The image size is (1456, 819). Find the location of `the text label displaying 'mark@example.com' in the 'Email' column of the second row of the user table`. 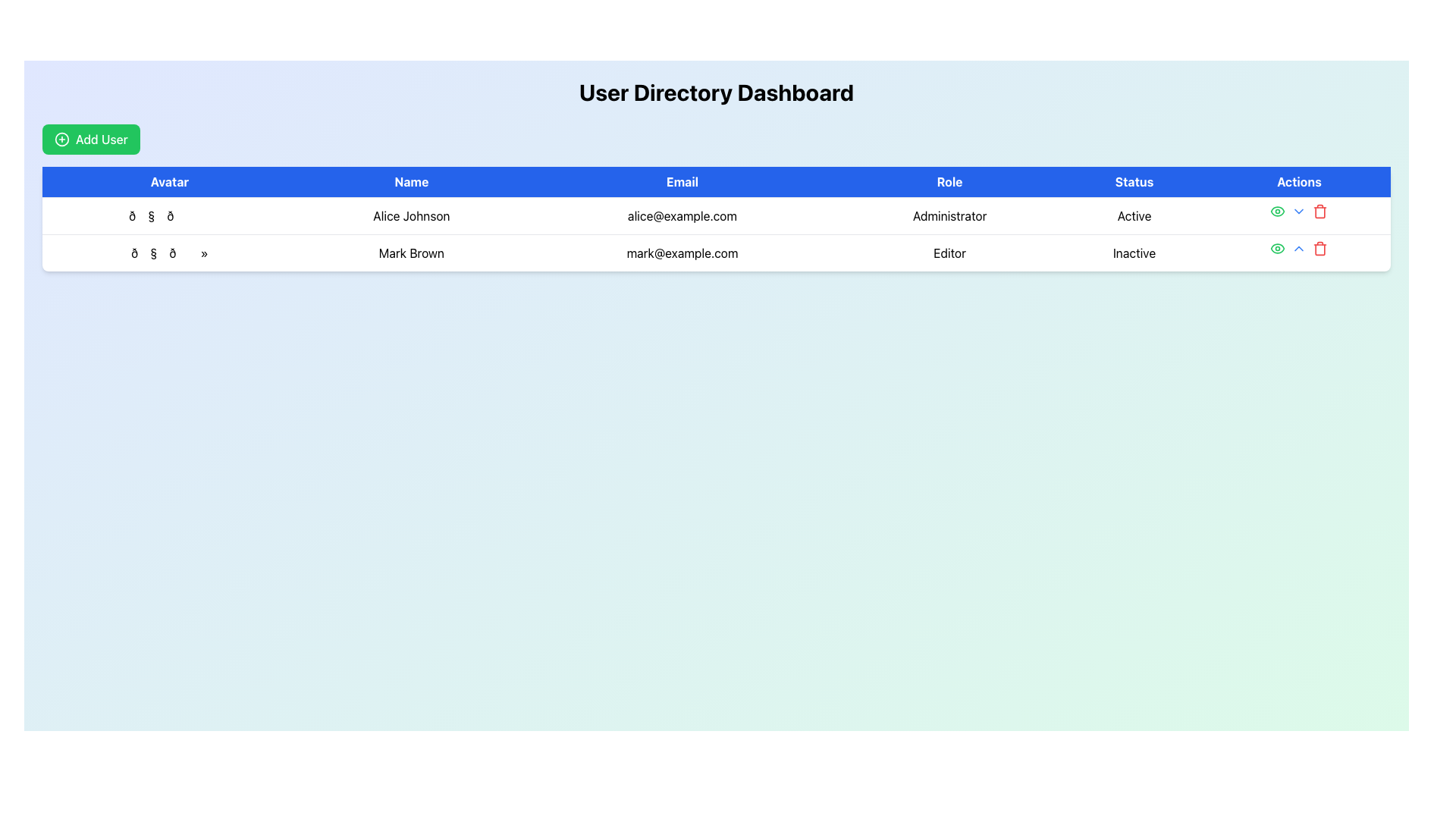

the text label displaying 'mark@example.com' in the 'Email' column of the second row of the user table is located at coordinates (682, 252).